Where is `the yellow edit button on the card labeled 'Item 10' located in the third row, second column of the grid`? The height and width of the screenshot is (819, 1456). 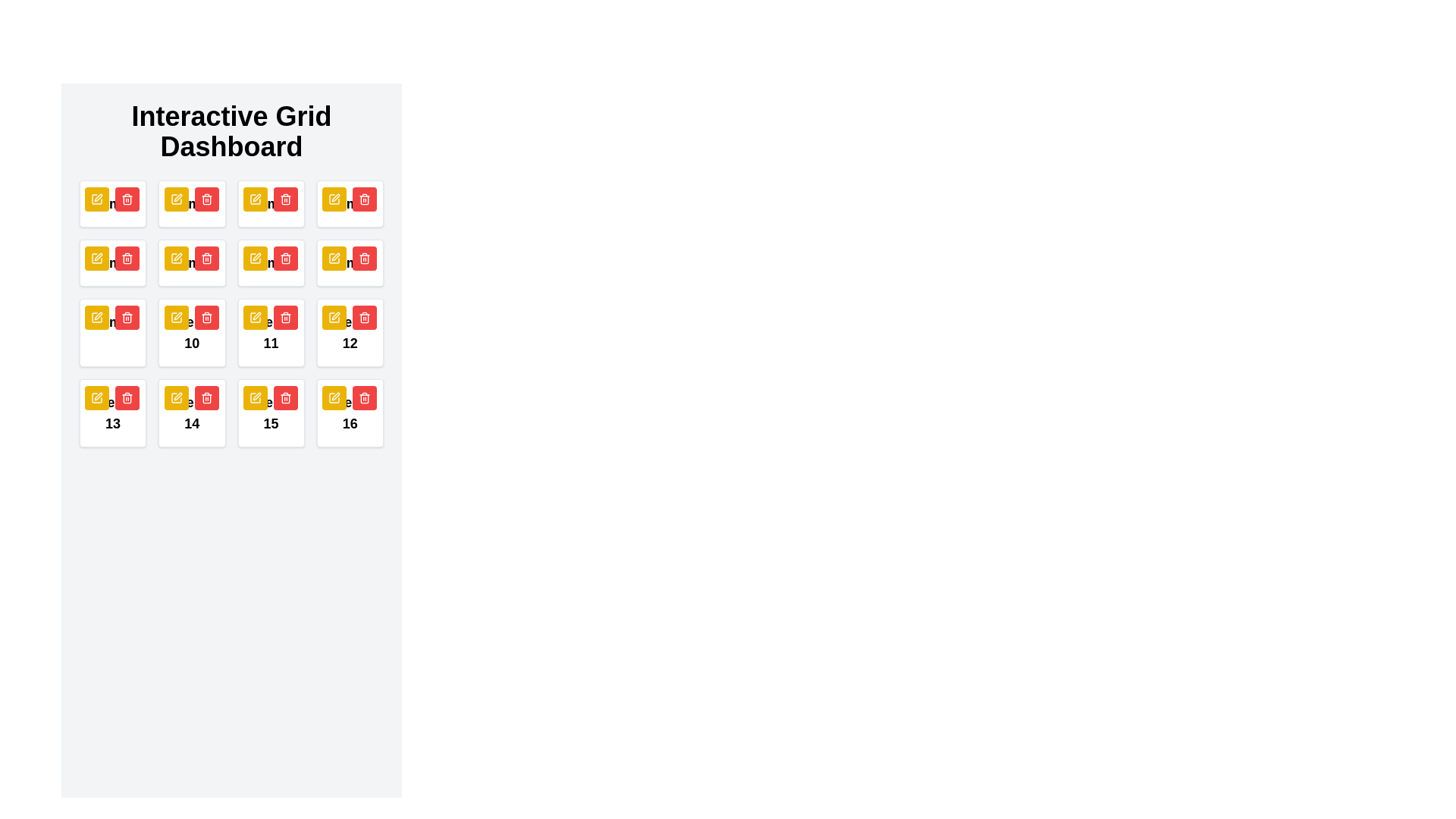 the yellow edit button on the card labeled 'Item 10' located in the third row, second column of the grid is located at coordinates (191, 332).